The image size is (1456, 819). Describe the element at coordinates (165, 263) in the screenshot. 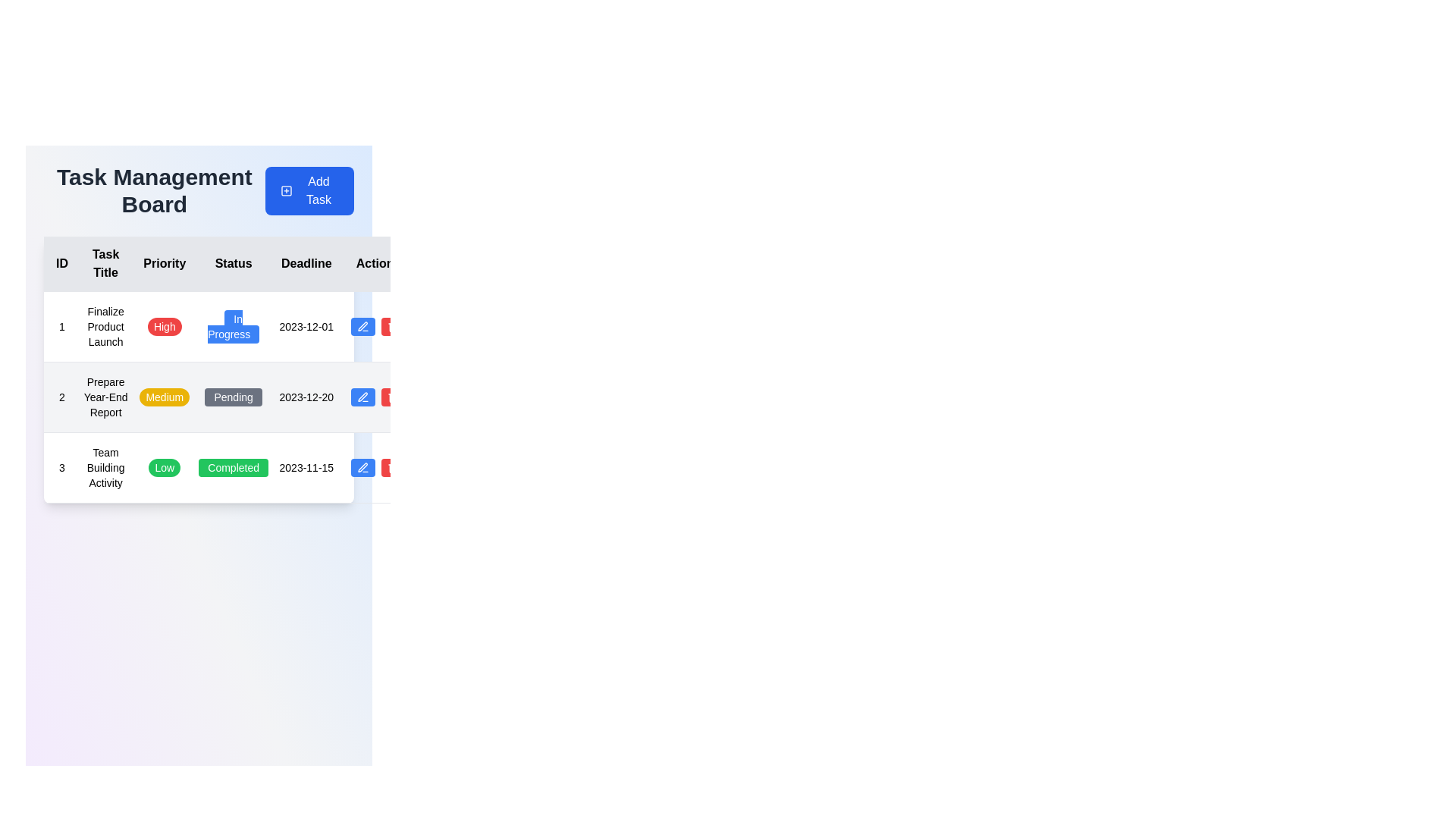

I see `the 'Priority' text label, which is the third cell in the table header, displayed in bold black text on a light gray background` at that location.